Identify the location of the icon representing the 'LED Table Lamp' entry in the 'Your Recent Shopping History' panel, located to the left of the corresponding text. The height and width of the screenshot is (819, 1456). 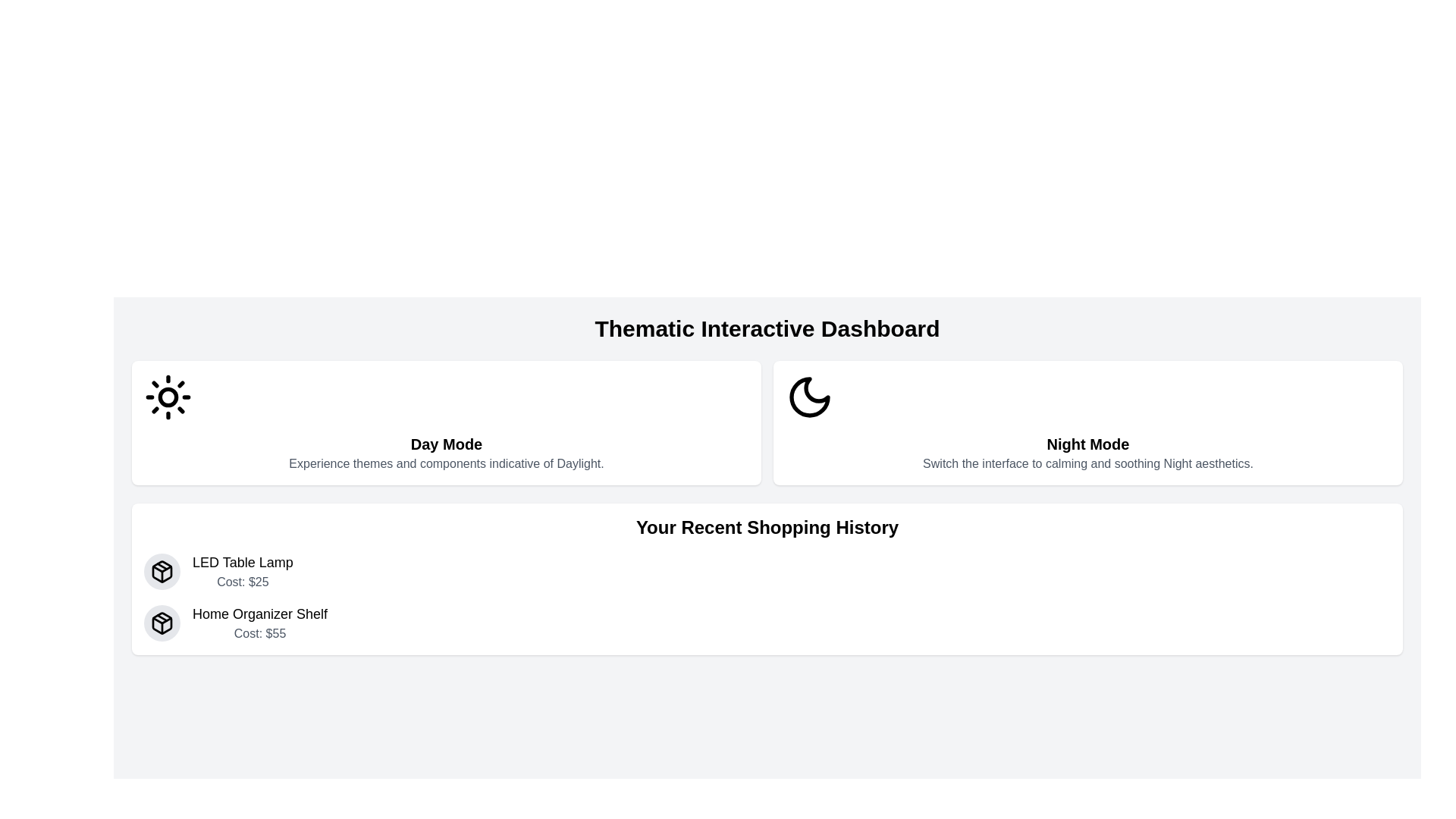
(162, 571).